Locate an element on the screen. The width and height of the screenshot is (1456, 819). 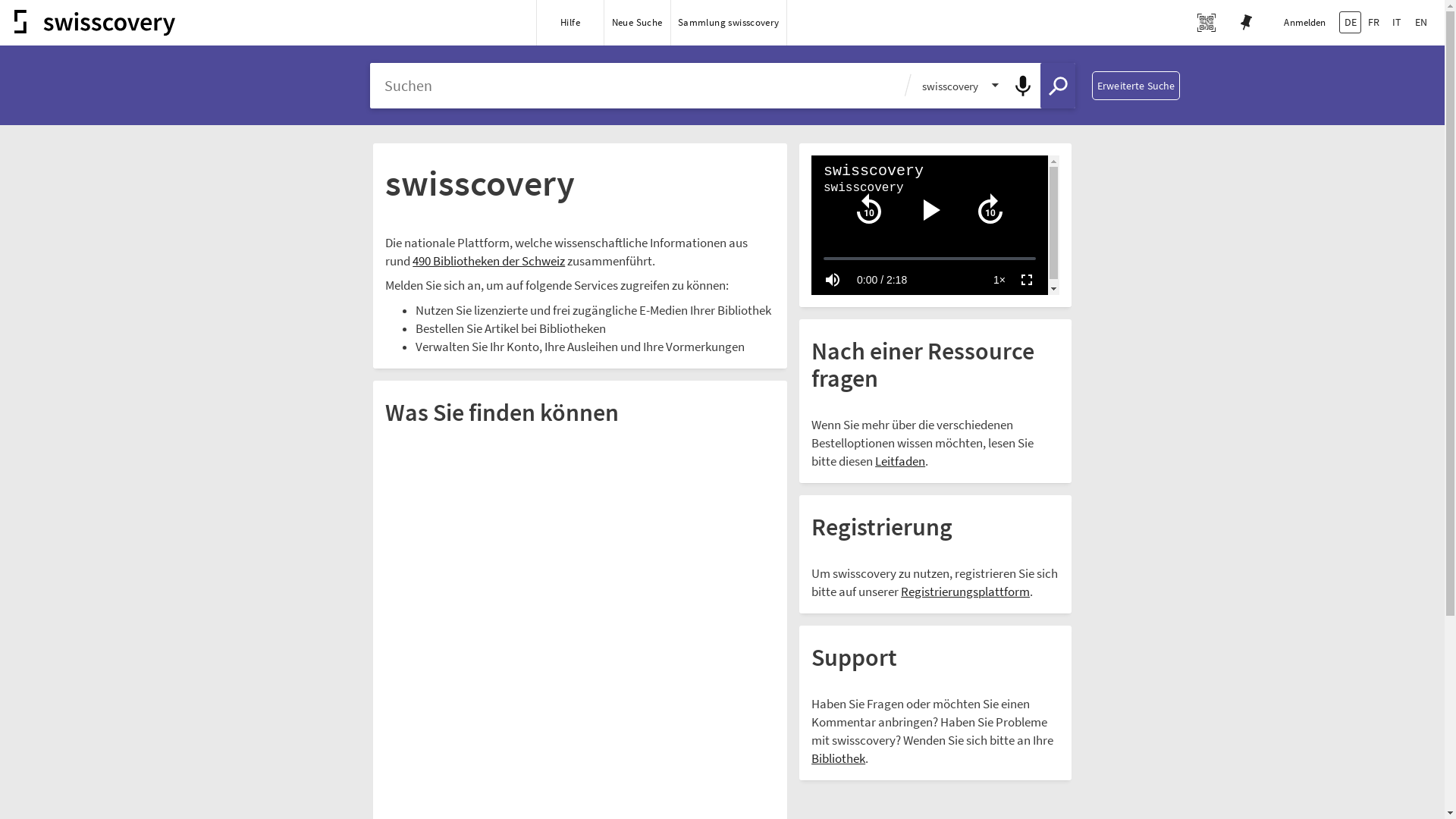
'490 Bibliotheken der Schweiz' is located at coordinates (488, 261).